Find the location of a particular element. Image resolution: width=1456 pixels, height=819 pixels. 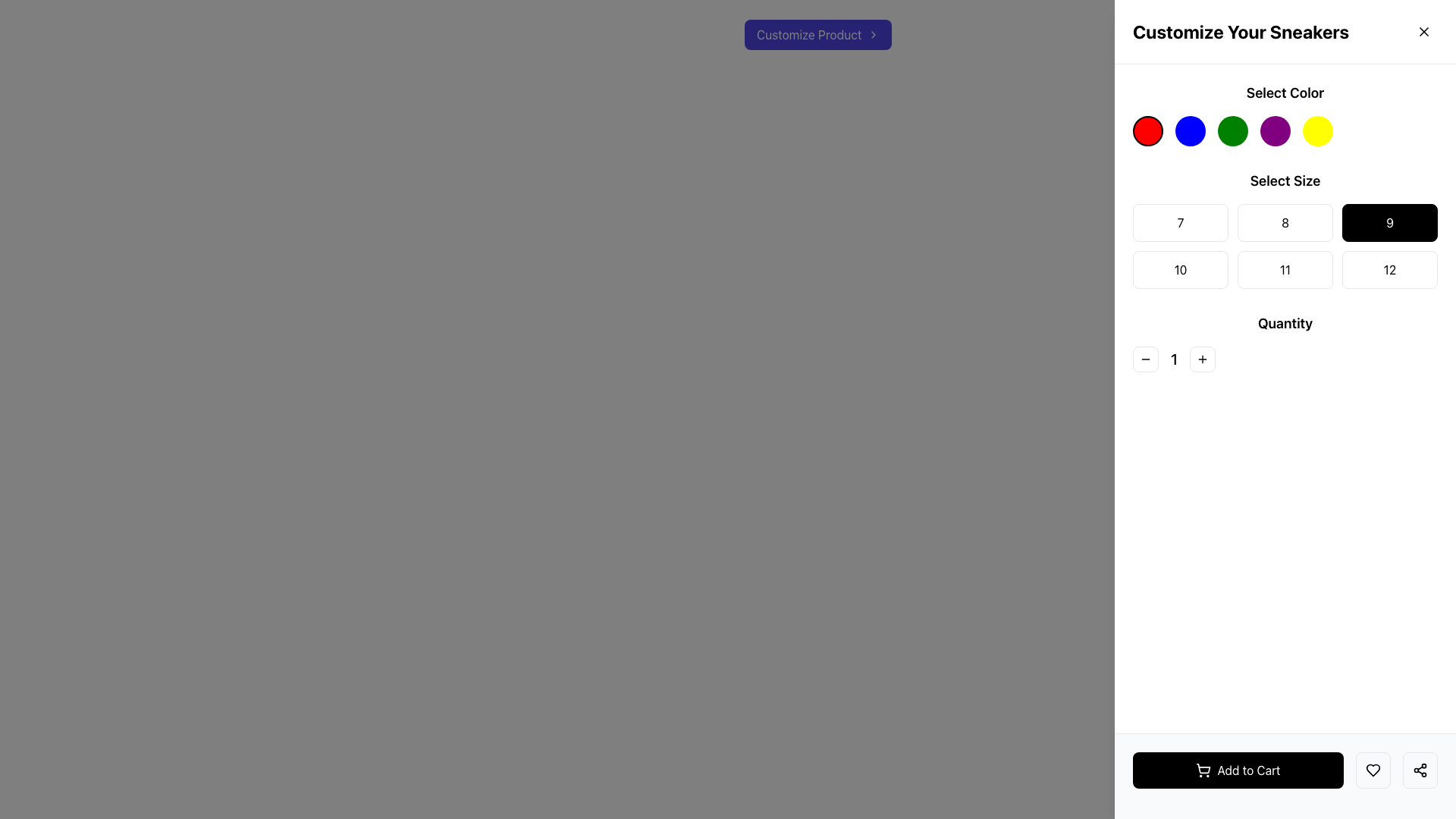

the fourth circular button with a purple fill in the color selection section is located at coordinates (1274, 130).